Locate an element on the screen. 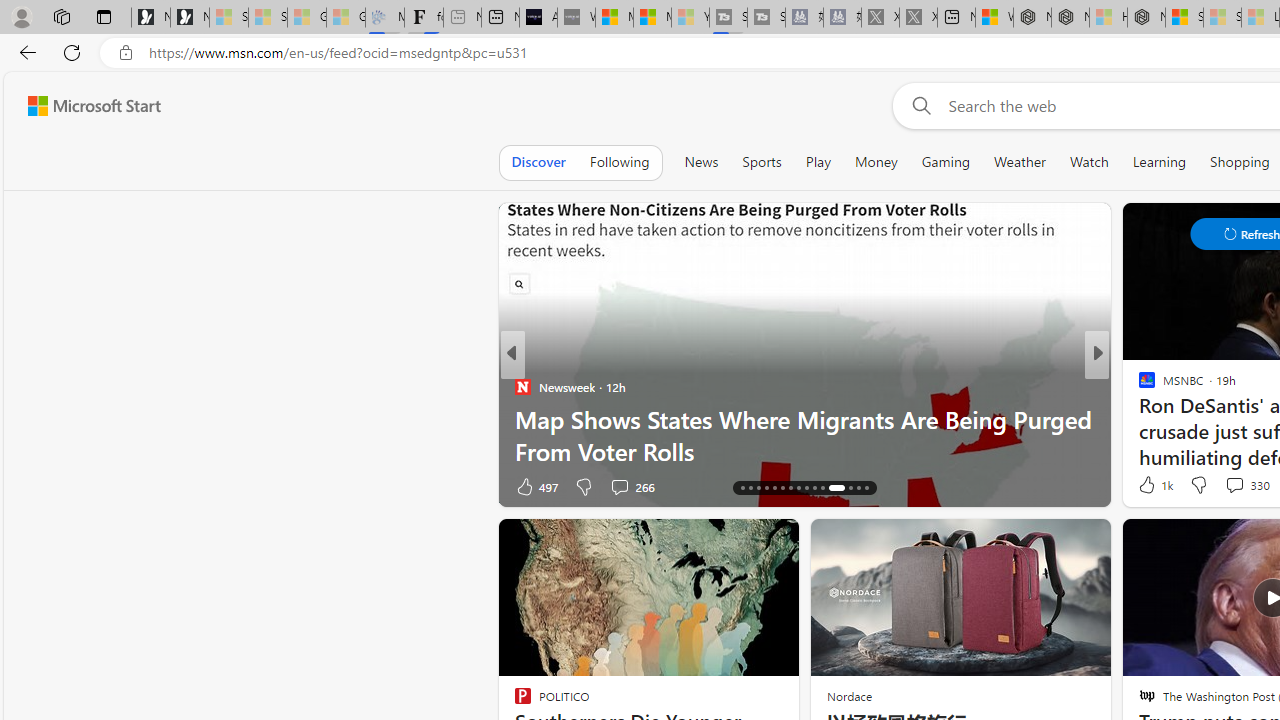 The height and width of the screenshot is (720, 1280). 'View comments 330 Comment' is located at coordinates (1233, 485).